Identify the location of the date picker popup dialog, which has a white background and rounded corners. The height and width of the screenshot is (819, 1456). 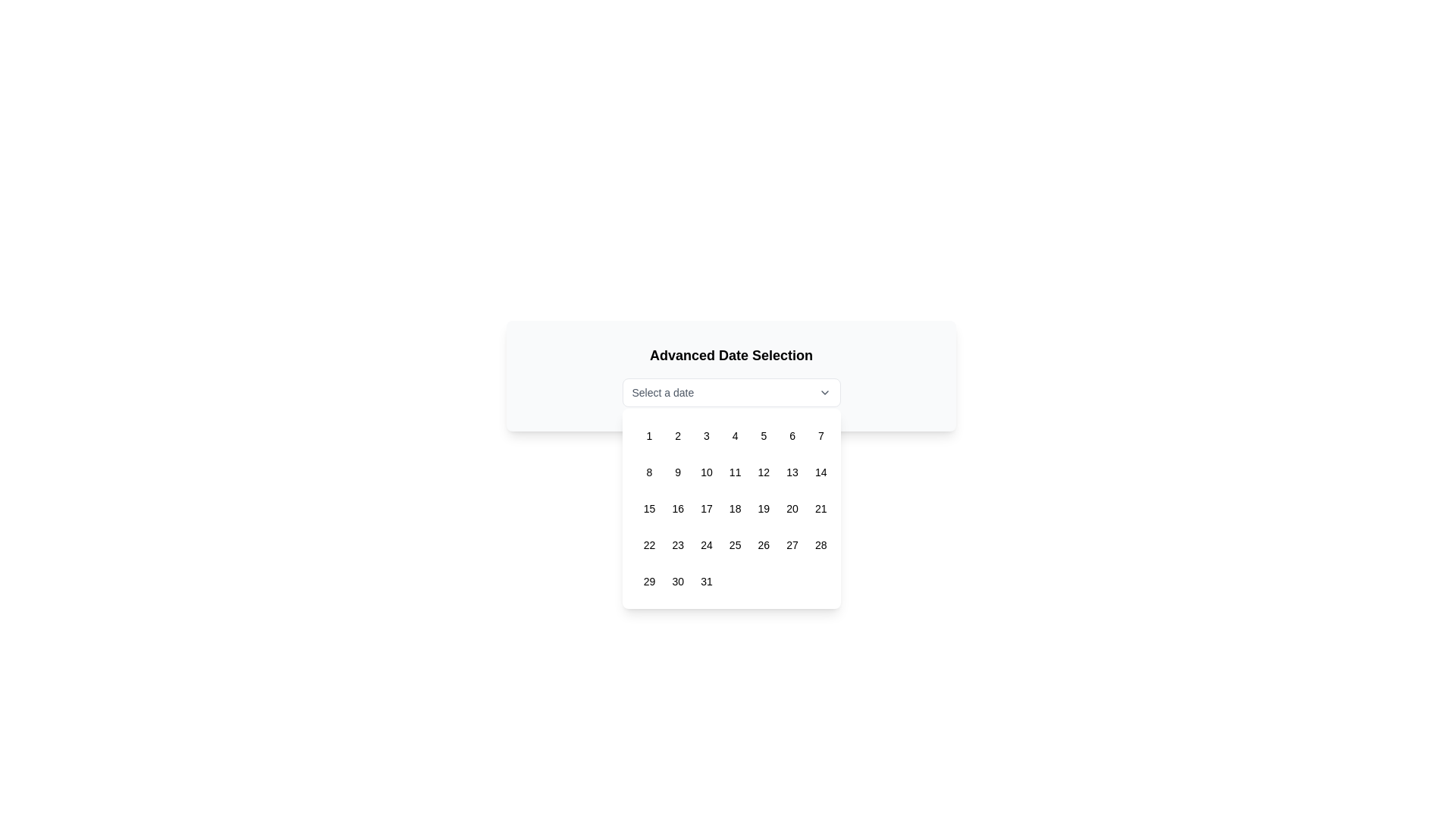
(731, 497).